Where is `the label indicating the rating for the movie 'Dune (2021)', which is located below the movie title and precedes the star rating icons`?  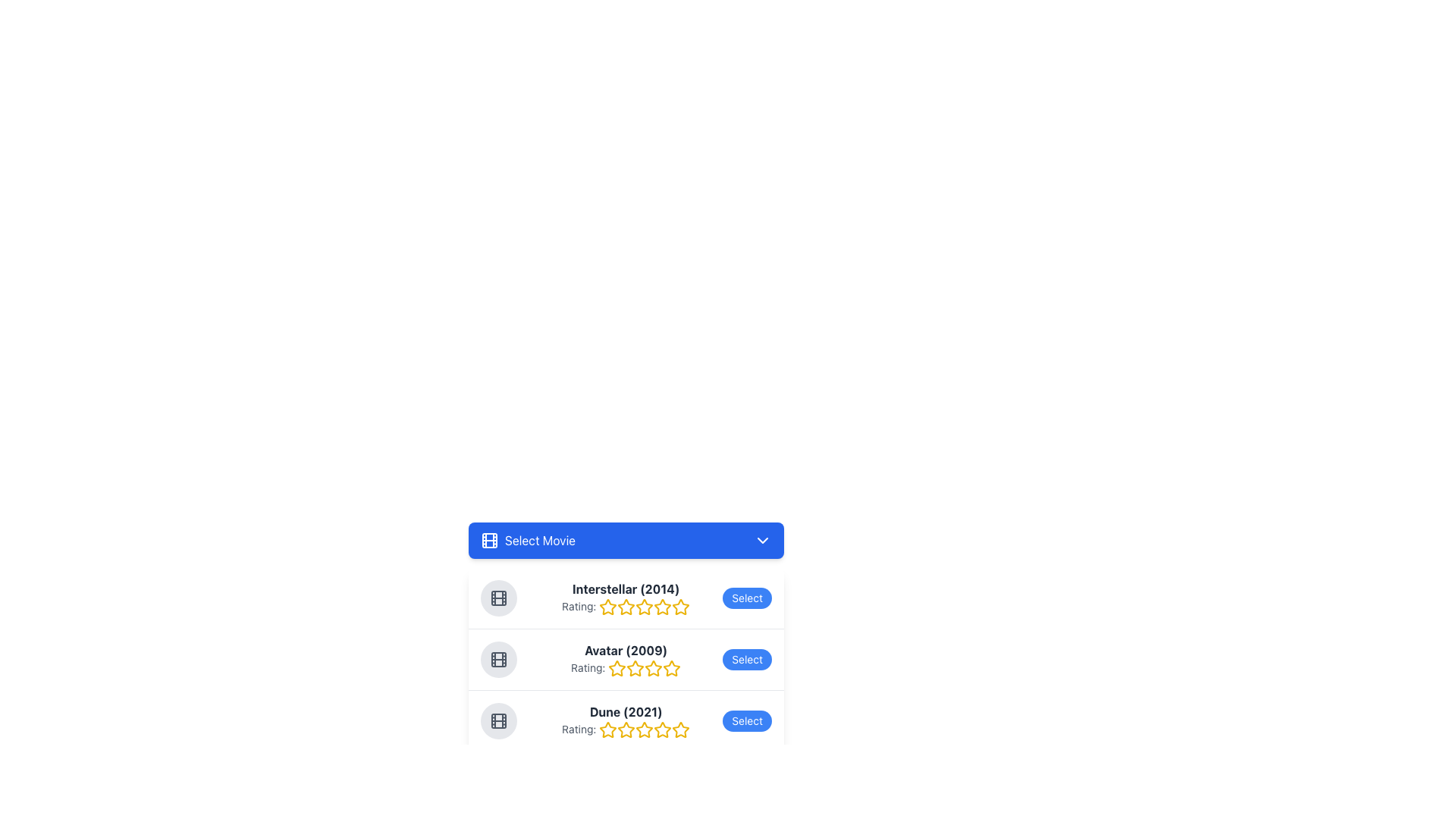
the label indicating the rating for the movie 'Dune (2021)', which is located below the movie title and precedes the star rating icons is located at coordinates (626, 730).